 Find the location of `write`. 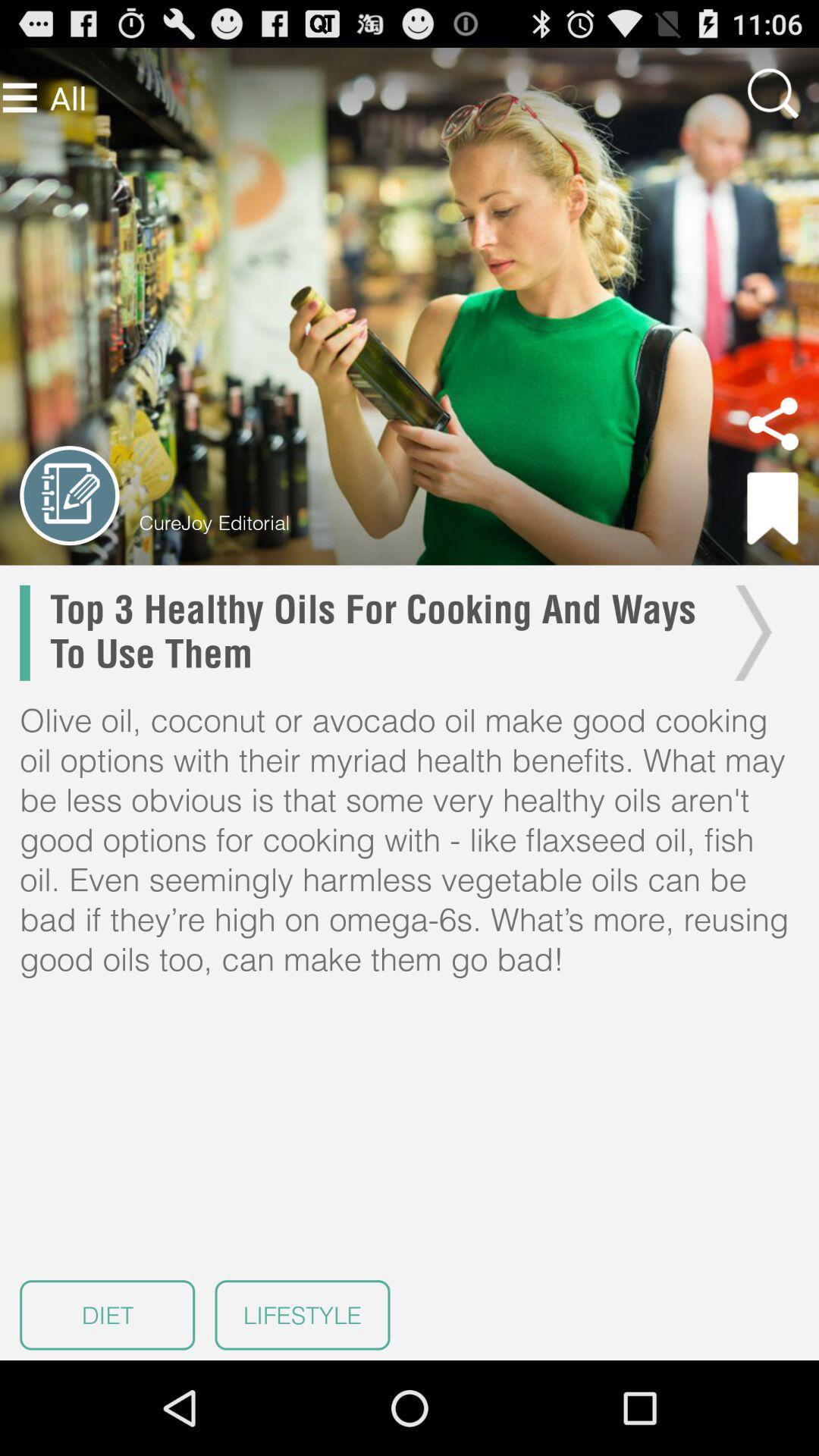

write is located at coordinates (69, 495).